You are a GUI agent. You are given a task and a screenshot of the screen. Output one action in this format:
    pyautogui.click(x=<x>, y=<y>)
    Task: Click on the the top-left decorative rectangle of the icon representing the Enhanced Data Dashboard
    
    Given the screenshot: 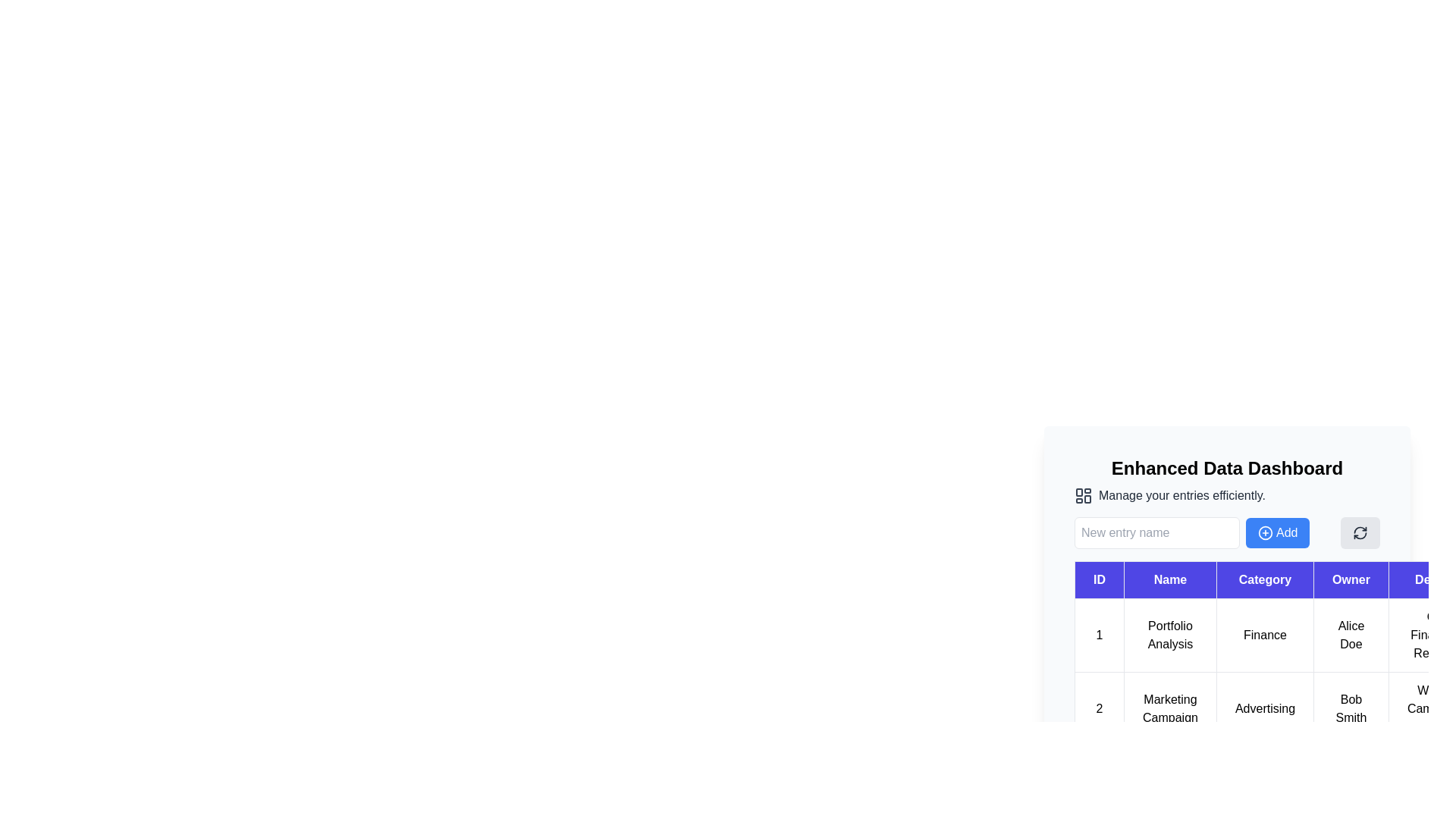 What is the action you would take?
    pyautogui.click(x=1078, y=492)
    